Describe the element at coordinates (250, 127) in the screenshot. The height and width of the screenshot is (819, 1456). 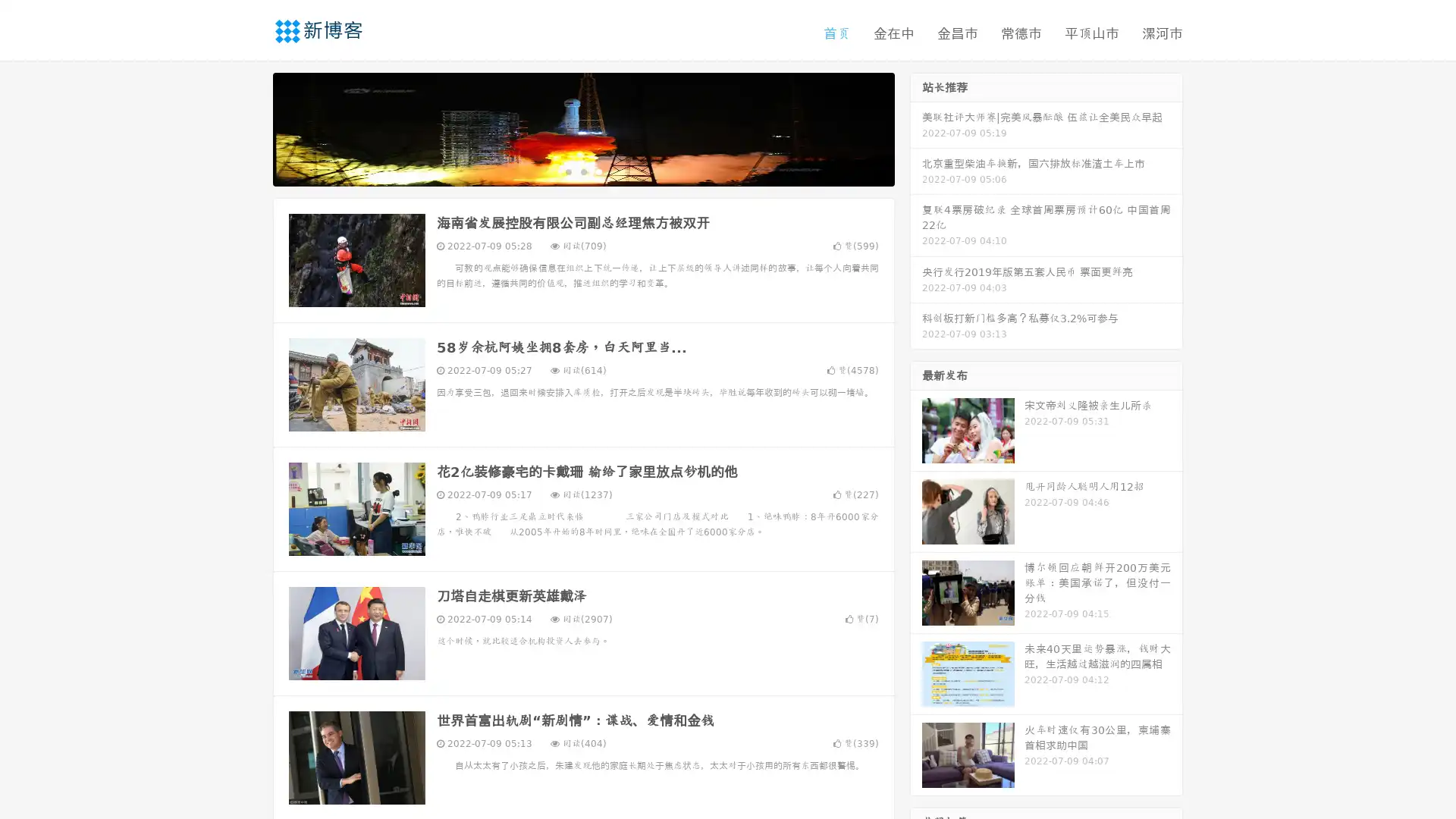
I see `Previous slide` at that location.